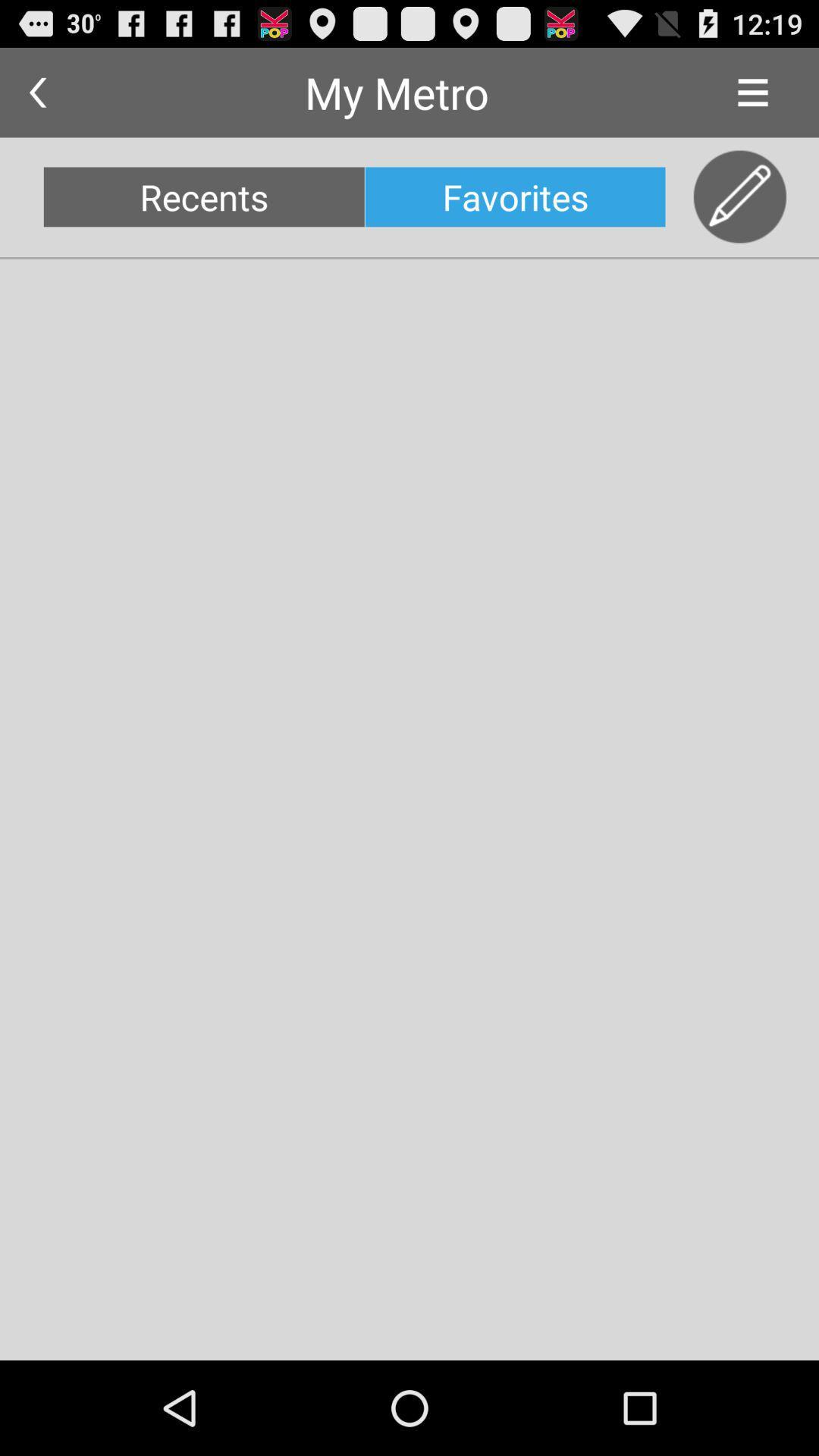 This screenshot has width=819, height=1456. Describe the element at coordinates (752, 98) in the screenshot. I see `the menu icon` at that location.